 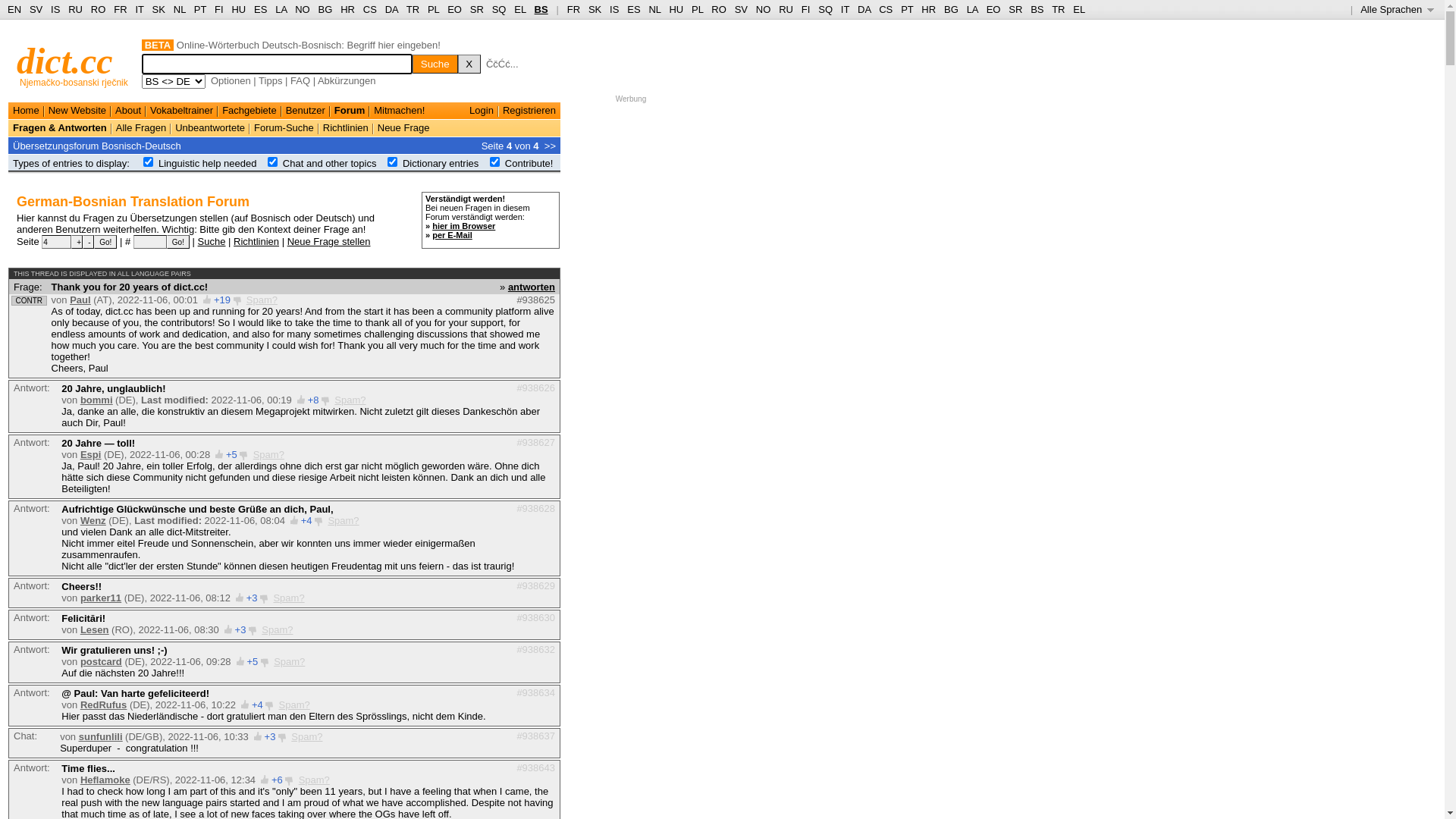 What do you see at coordinates (14, 9) in the screenshot?
I see `'EN'` at bounding box center [14, 9].